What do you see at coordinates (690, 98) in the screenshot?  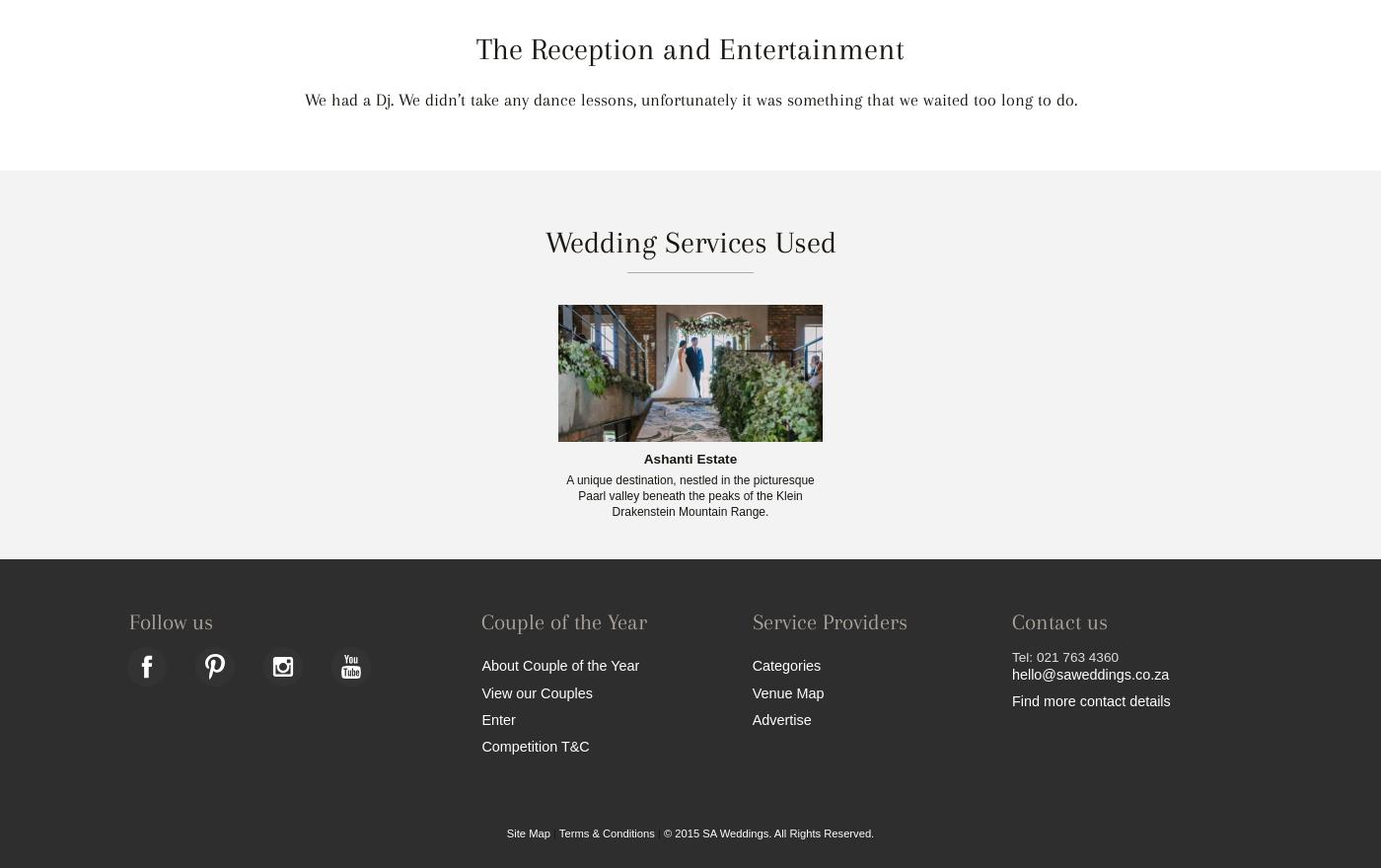 I see `'We had a Dj. We didn’t take any dance lessons, unfortunately it was something that we waited too long to do.'` at bounding box center [690, 98].